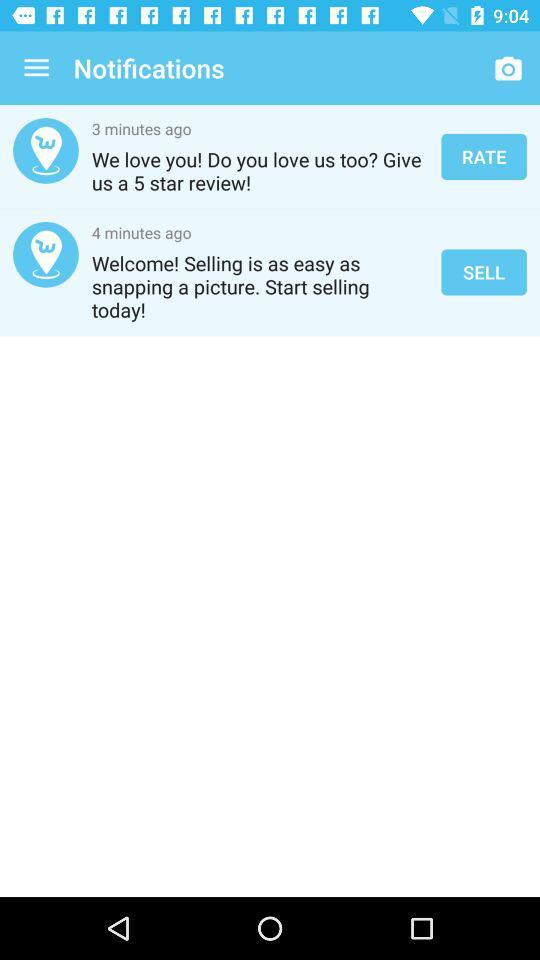  I want to click on the item next to rate item, so click(260, 170).